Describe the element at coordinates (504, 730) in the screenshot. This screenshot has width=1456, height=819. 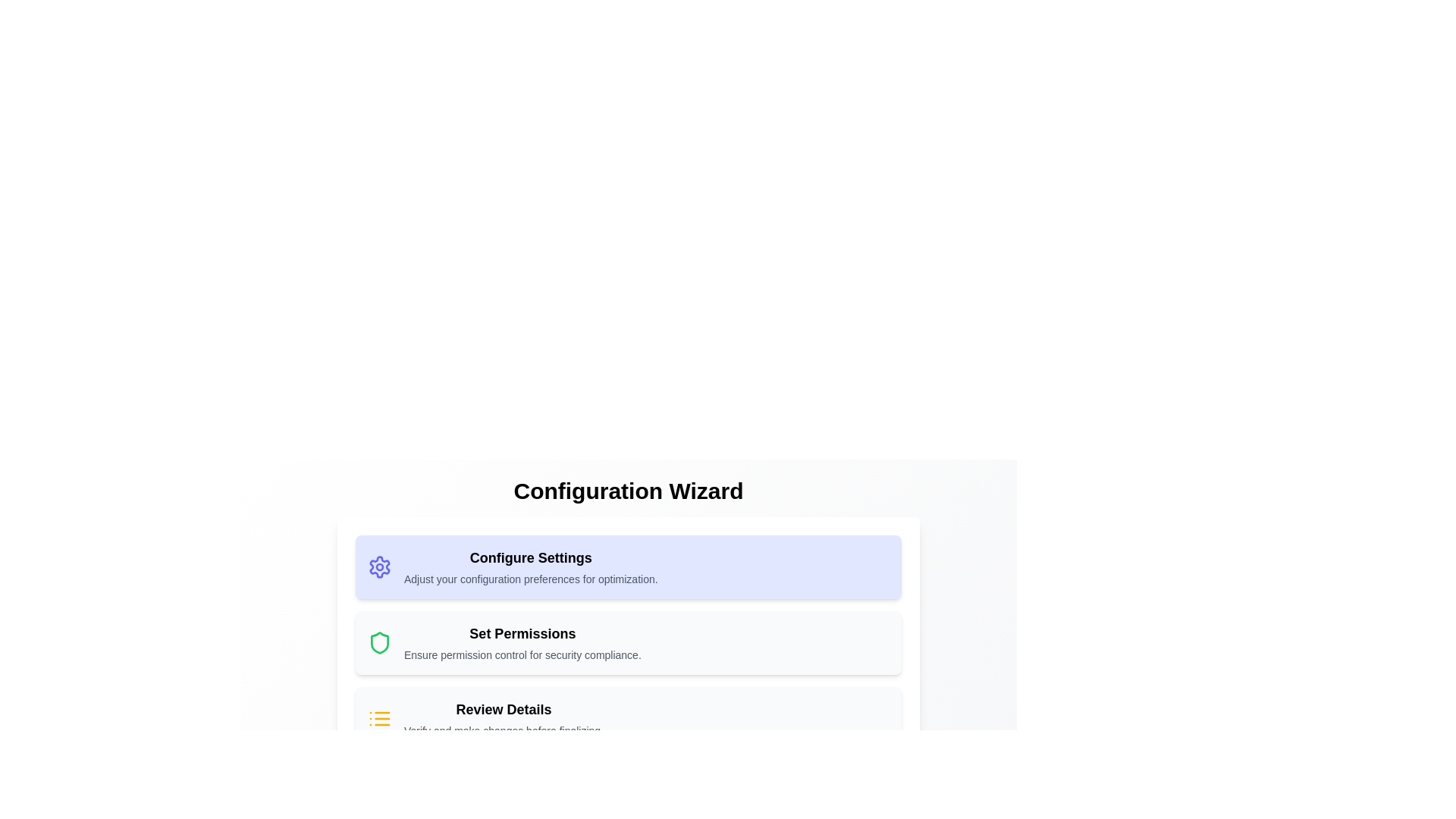
I see `text label located below the 'Review Details' heading, which provides additional context or guidance for users` at that location.